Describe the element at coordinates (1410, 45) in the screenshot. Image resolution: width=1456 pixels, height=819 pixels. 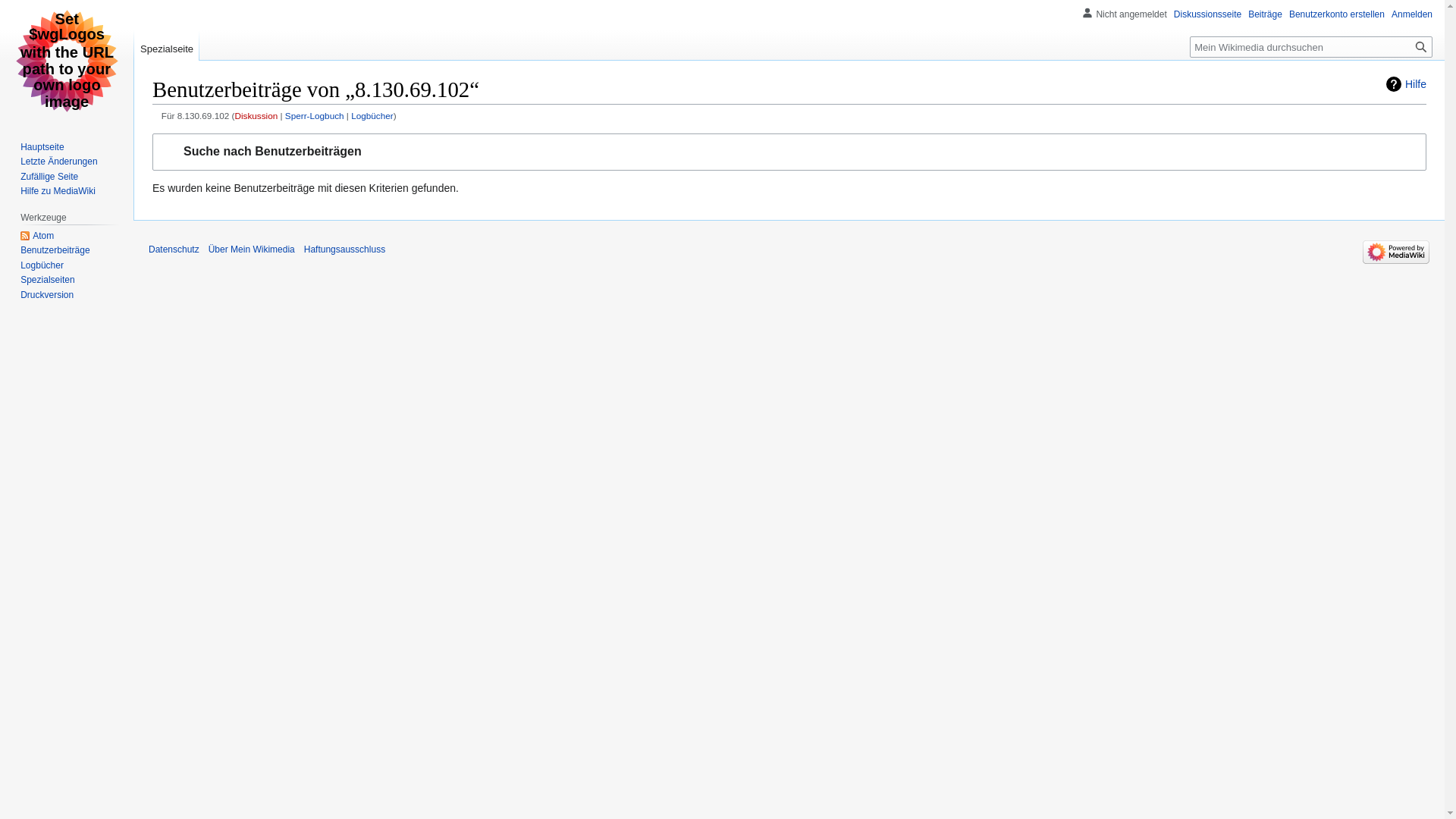
I see `'Suchen'` at that location.